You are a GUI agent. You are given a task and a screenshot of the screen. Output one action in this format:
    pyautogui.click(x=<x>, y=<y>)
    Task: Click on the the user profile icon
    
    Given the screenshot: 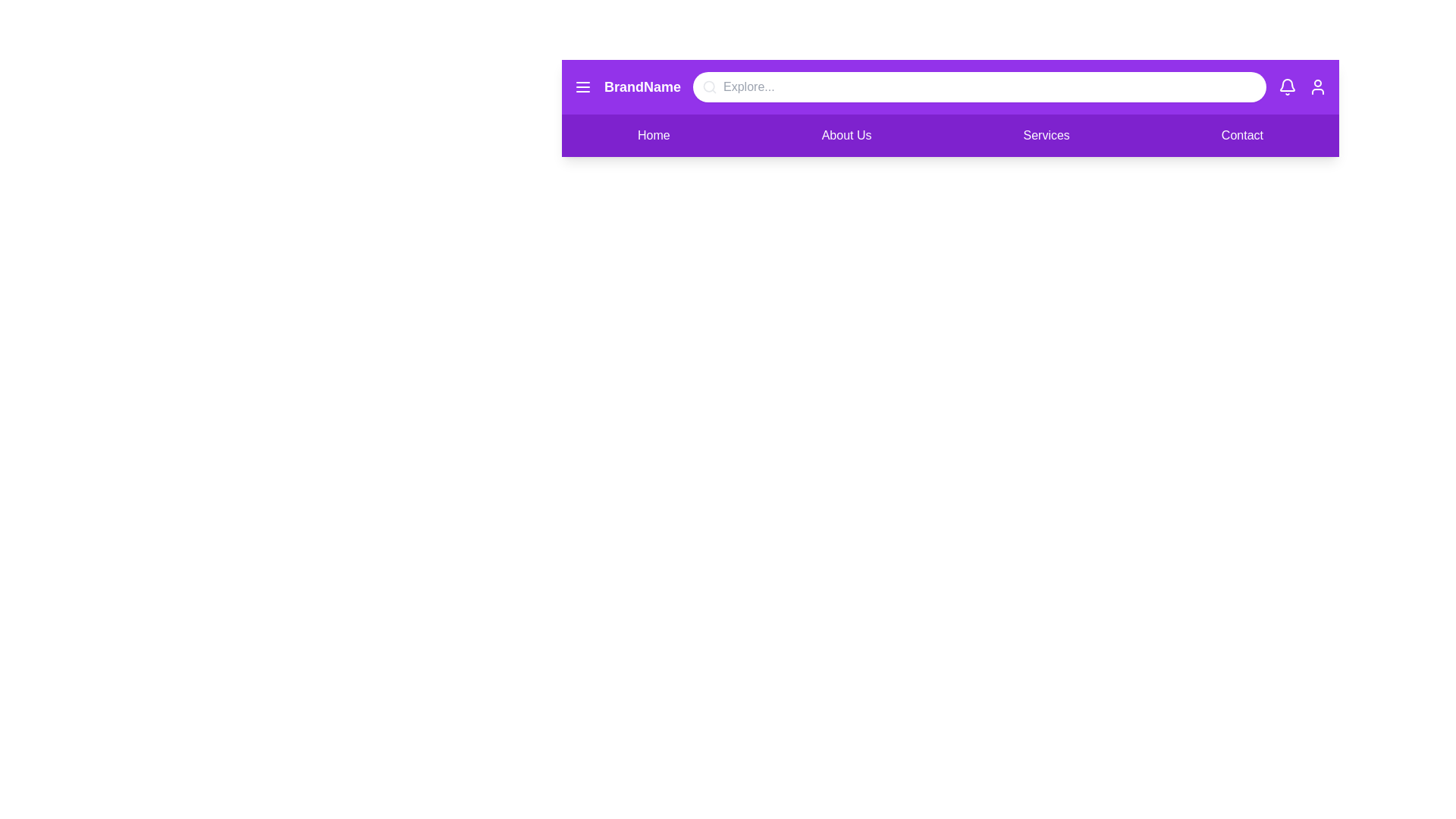 What is the action you would take?
    pyautogui.click(x=1316, y=87)
    